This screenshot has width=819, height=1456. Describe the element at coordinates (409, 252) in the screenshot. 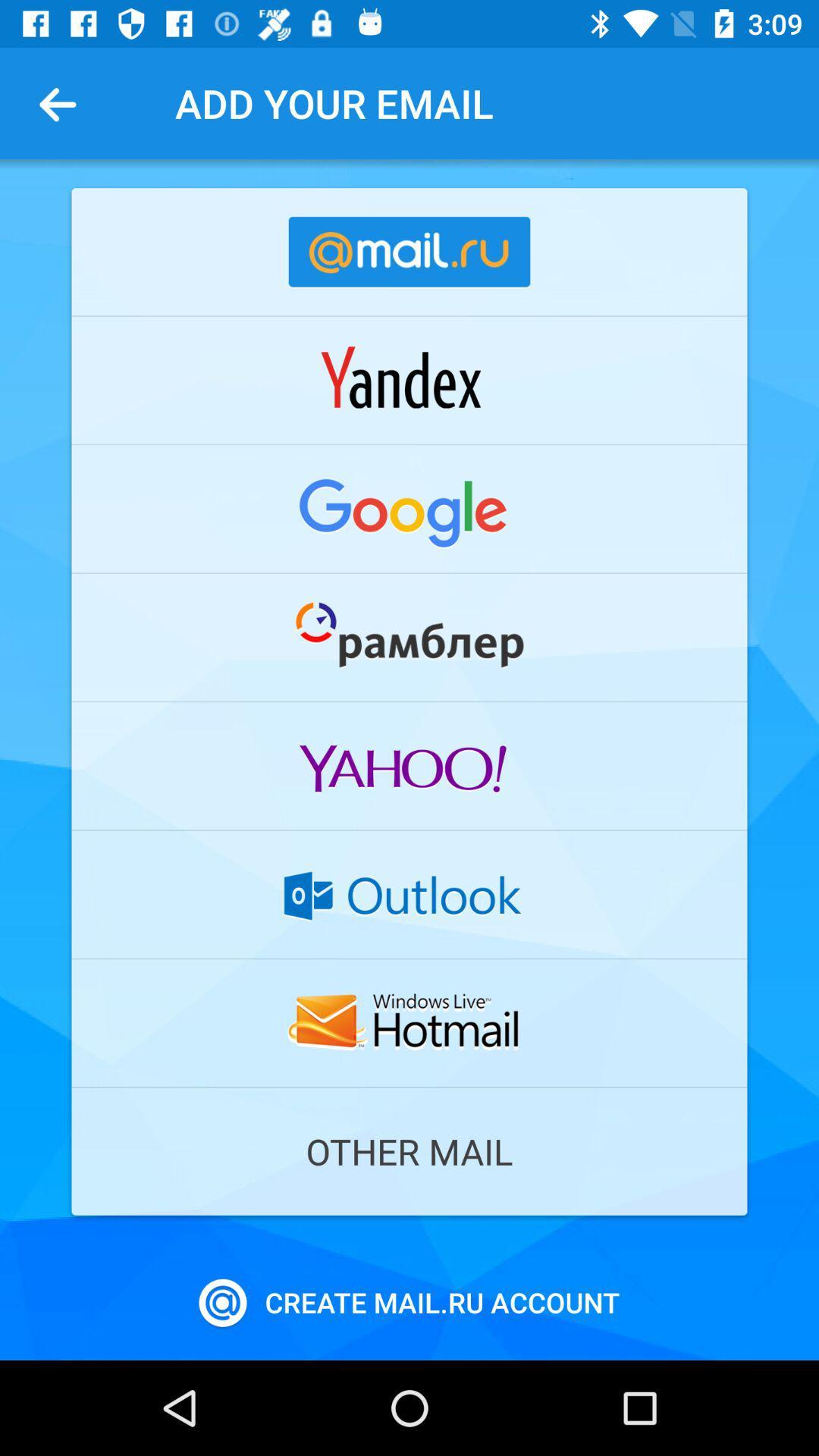

I see `mail.ru as e-mail provider` at that location.